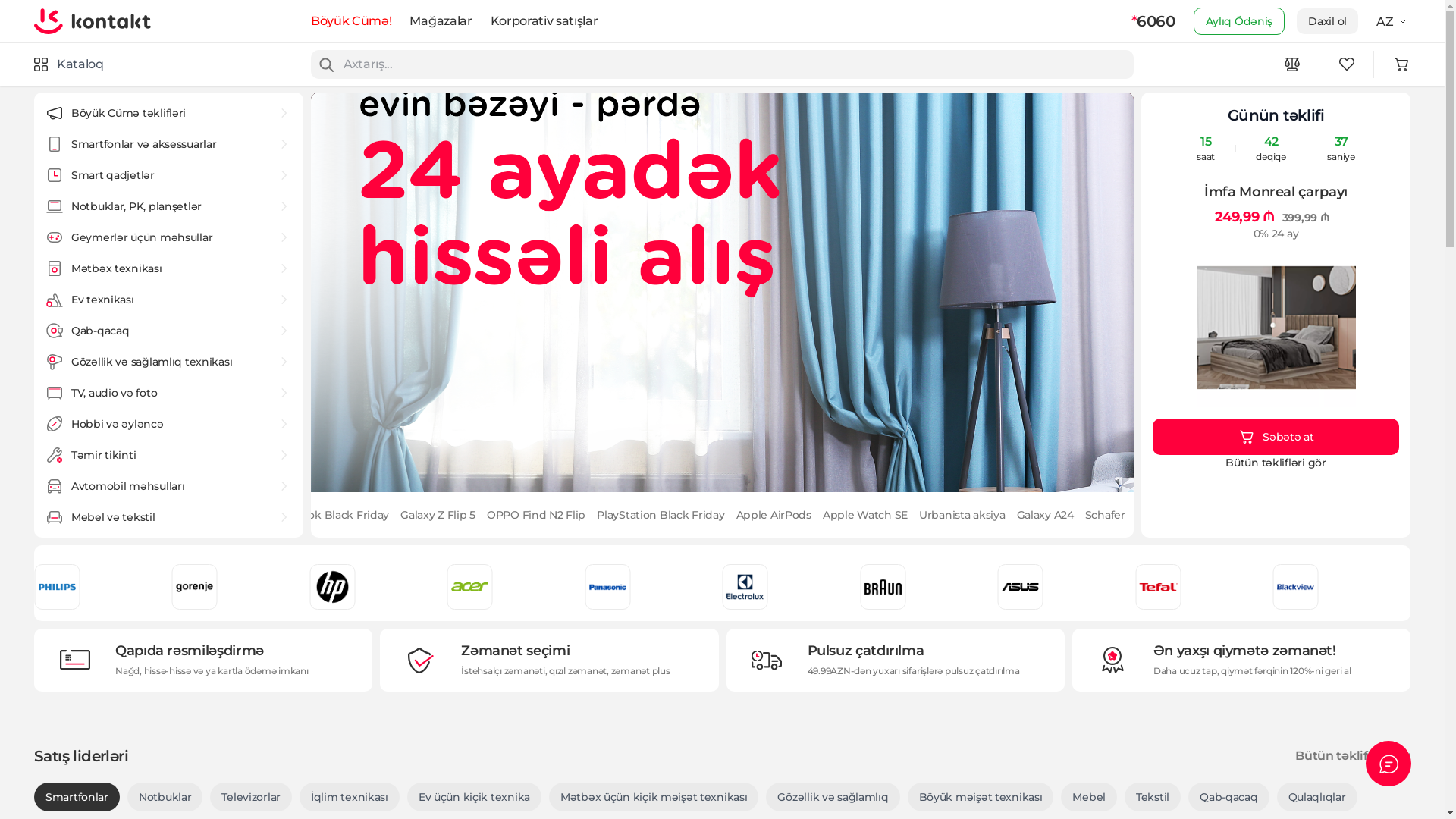  Describe the element at coordinates (168, 329) in the screenshot. I see `'Qab-qacaq'` at that location.